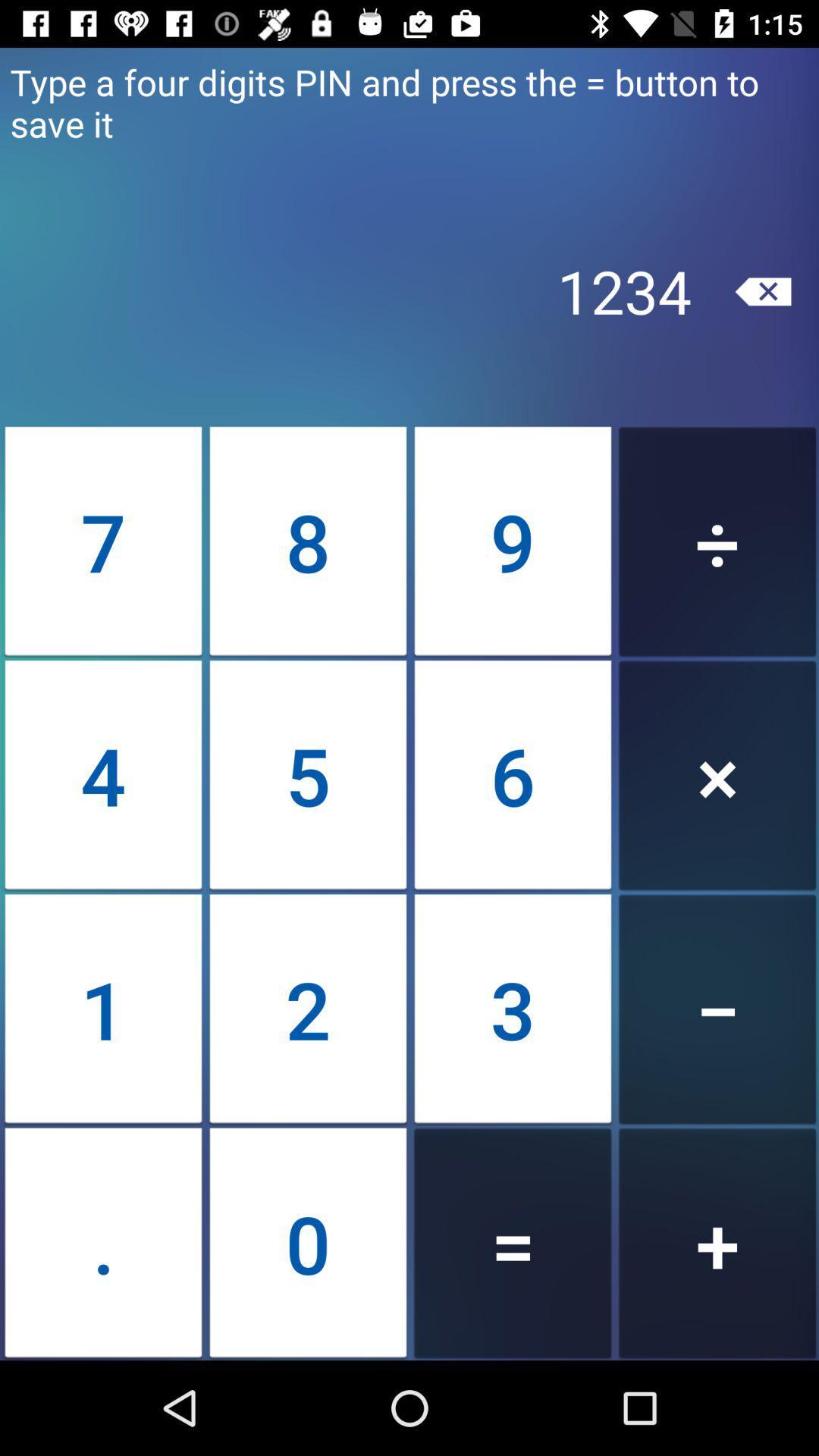 This screenshot has width=819, height=1456. What do you see at coordinates (763, 291) in the screenshot?
I see `backspace` at bounding box center [763, 291].